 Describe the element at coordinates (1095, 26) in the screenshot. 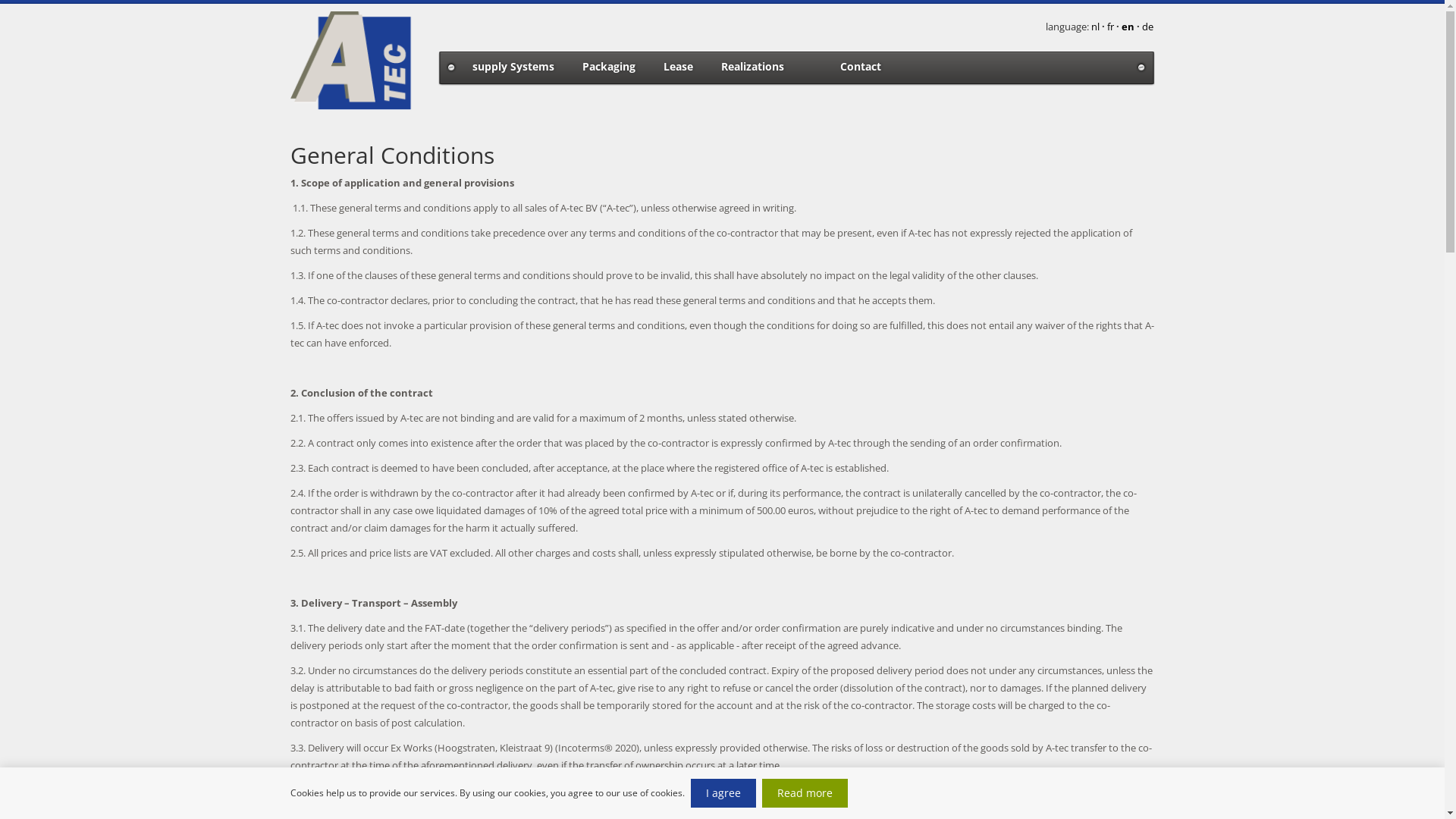

I see `'nl'` at that location.